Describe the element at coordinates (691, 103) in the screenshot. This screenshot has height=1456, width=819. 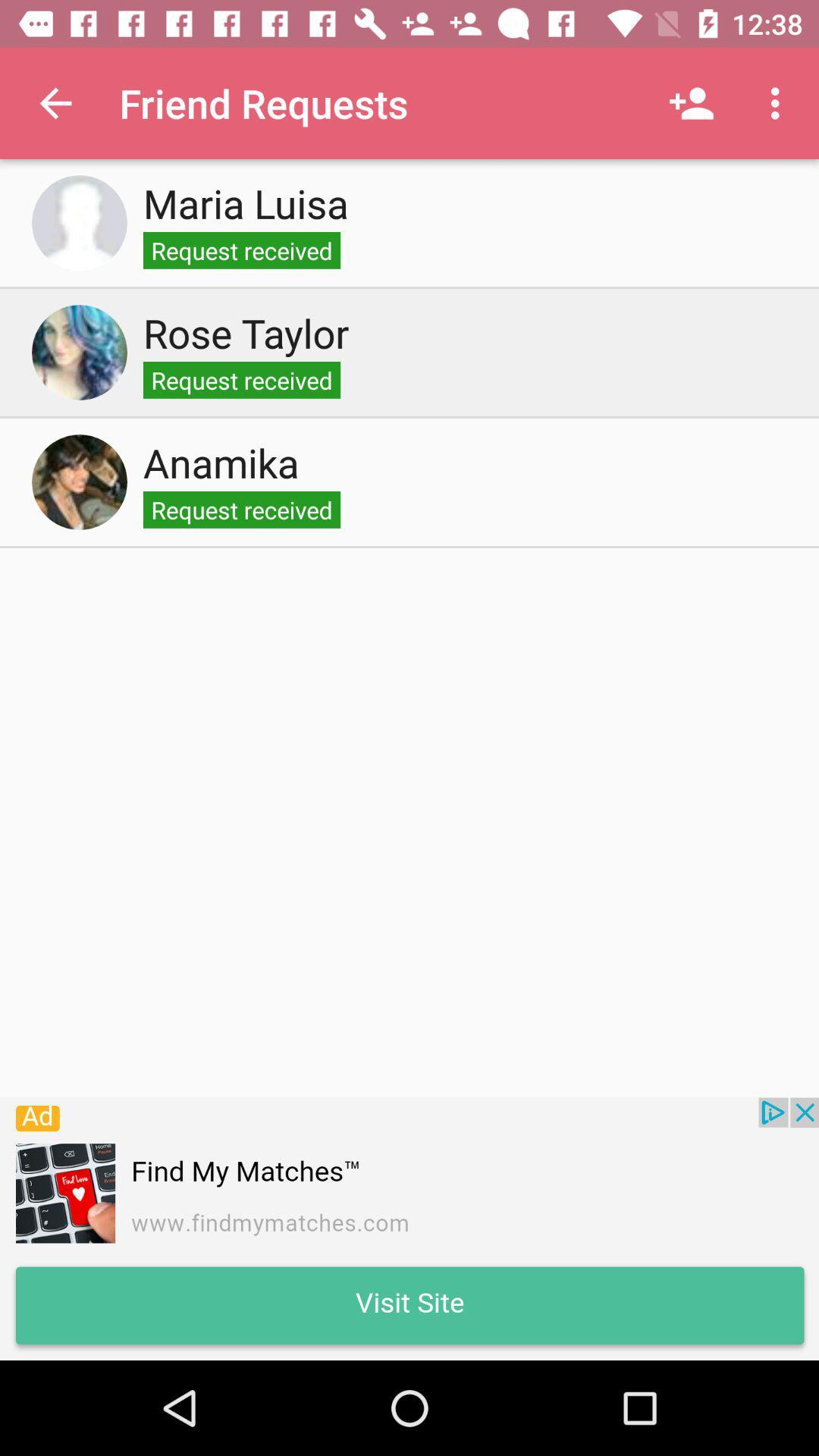
I see `the button which is right to the text friend requests` at that location.